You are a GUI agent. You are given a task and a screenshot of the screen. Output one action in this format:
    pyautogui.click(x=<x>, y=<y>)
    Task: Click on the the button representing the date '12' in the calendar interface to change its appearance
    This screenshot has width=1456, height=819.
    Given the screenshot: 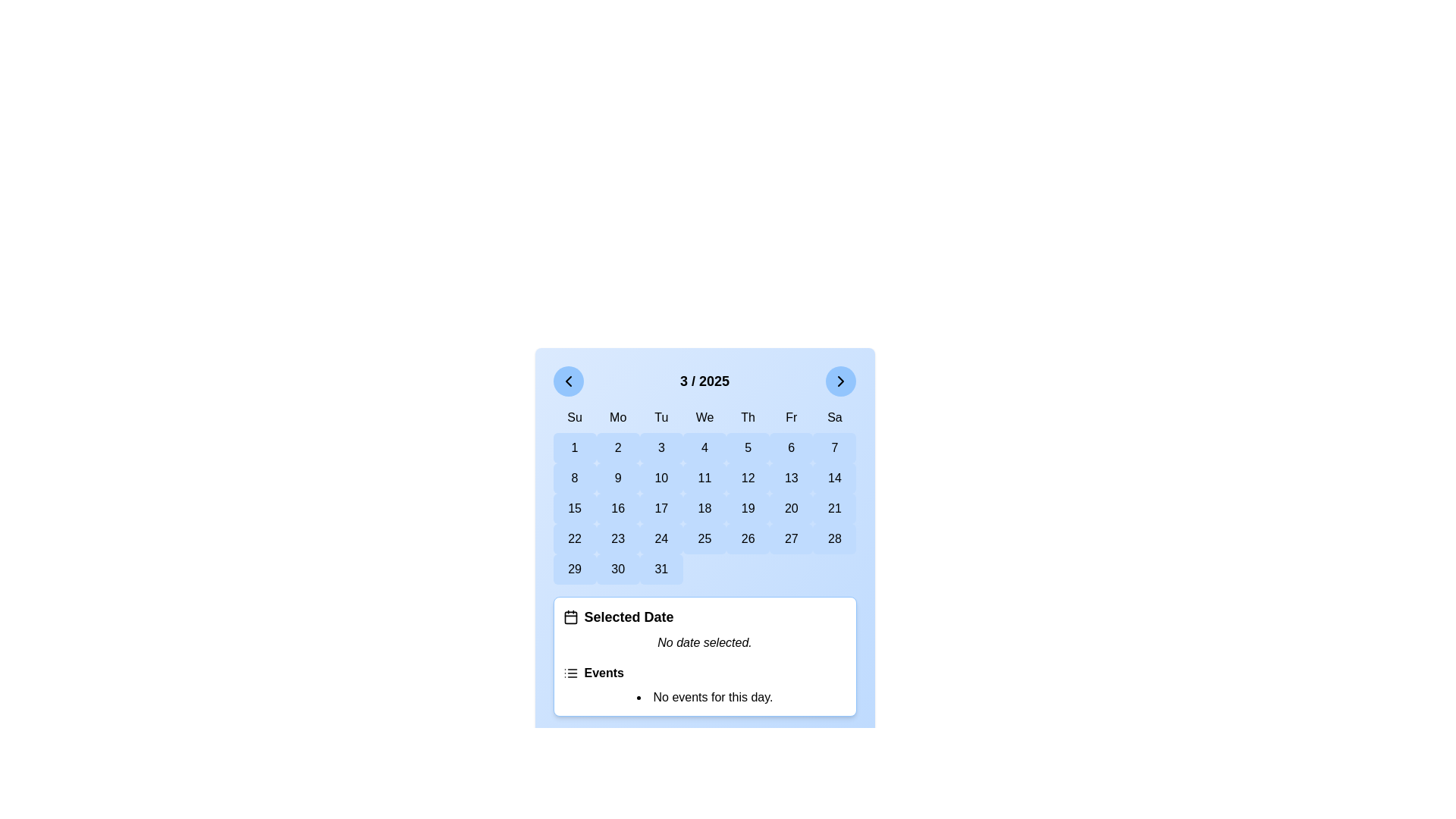 What is the action you would take?
    pyautogui.click(x=748, y=479)
    